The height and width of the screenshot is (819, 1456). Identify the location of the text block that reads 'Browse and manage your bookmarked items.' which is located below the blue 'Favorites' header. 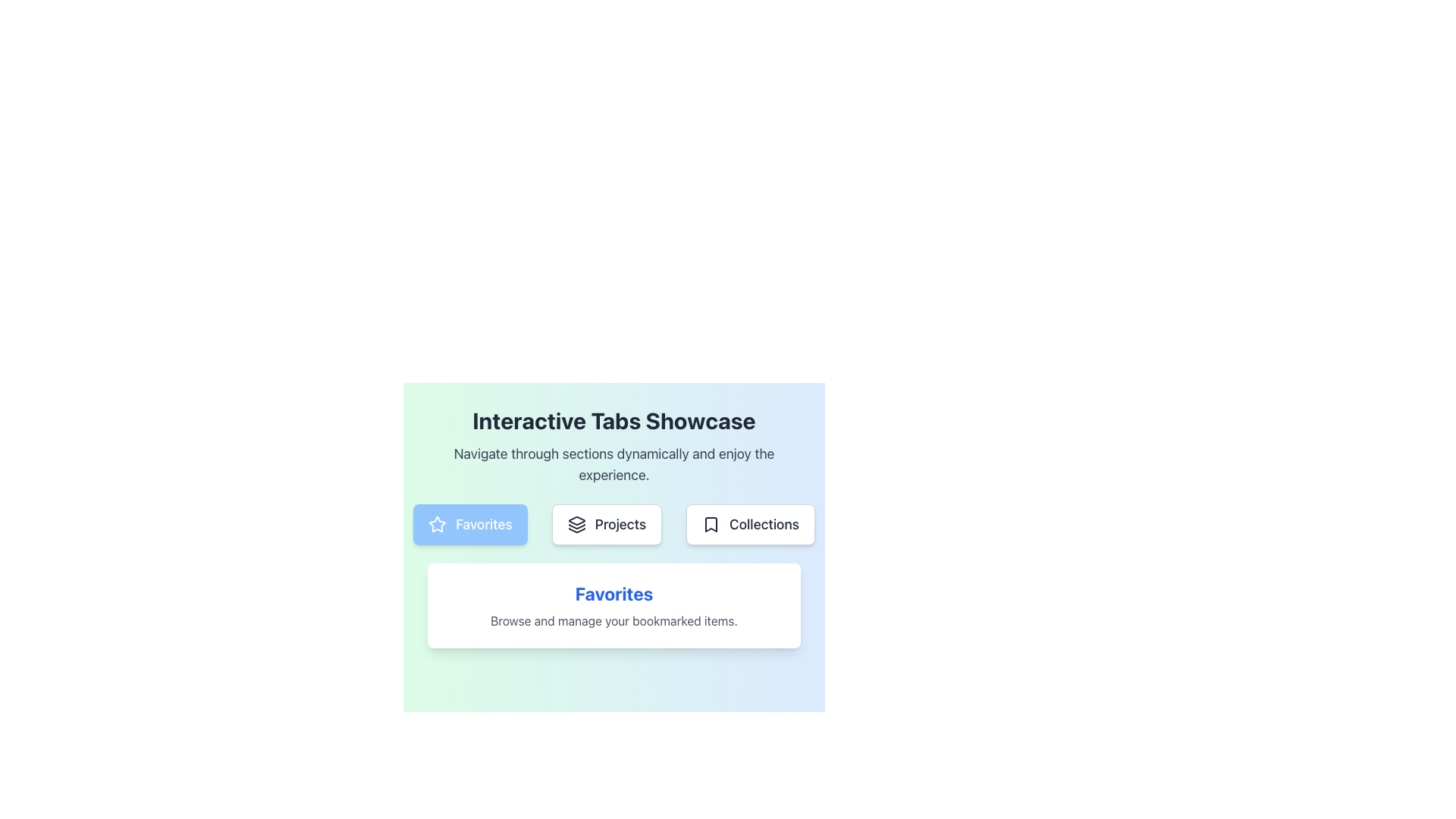
(614, 620).